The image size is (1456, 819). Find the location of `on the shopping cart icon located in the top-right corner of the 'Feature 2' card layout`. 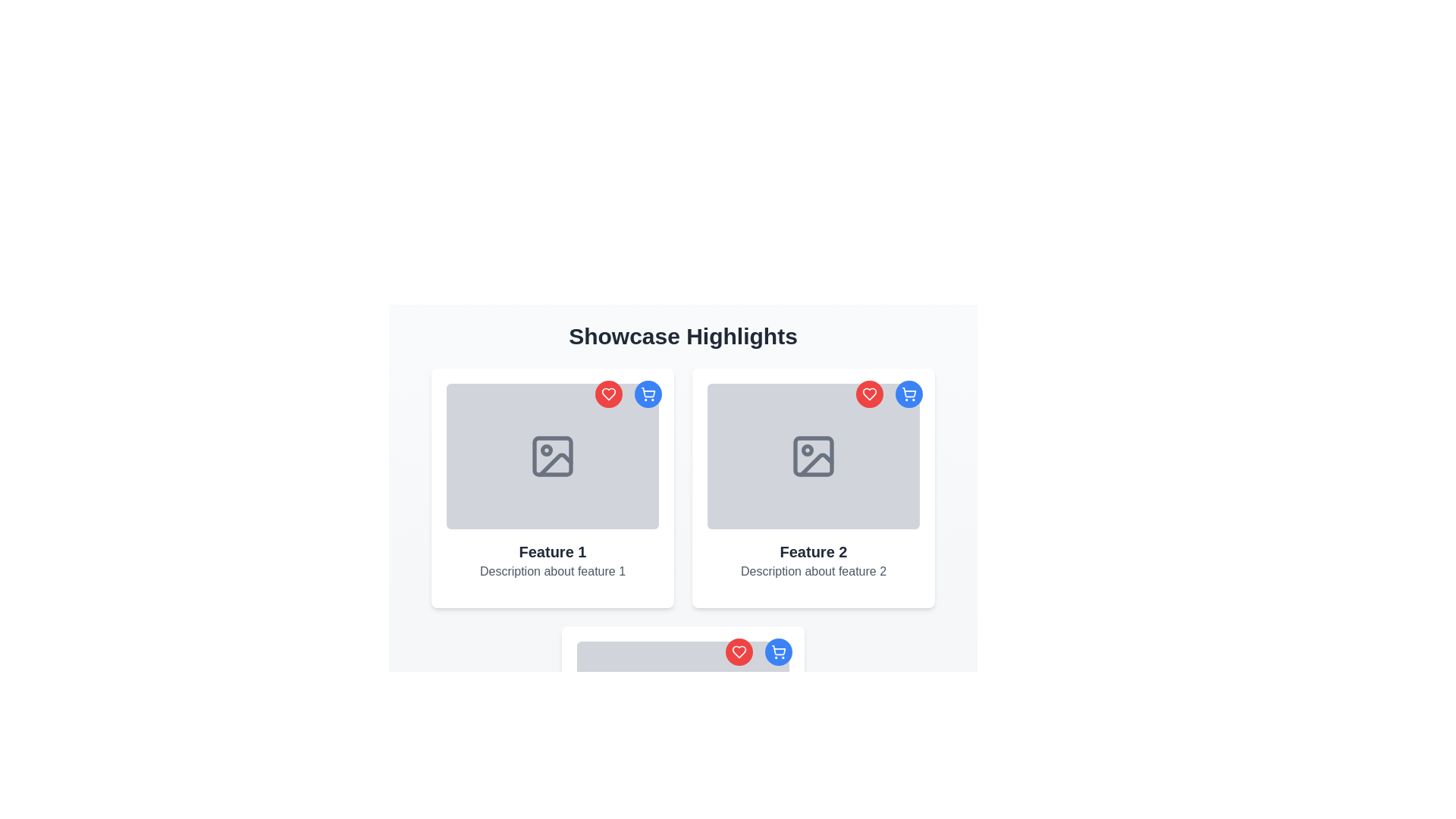

on the shopping cart icon located in the top-right corner of the 'Feature 2' card layout is located at coordinates (909, 391).